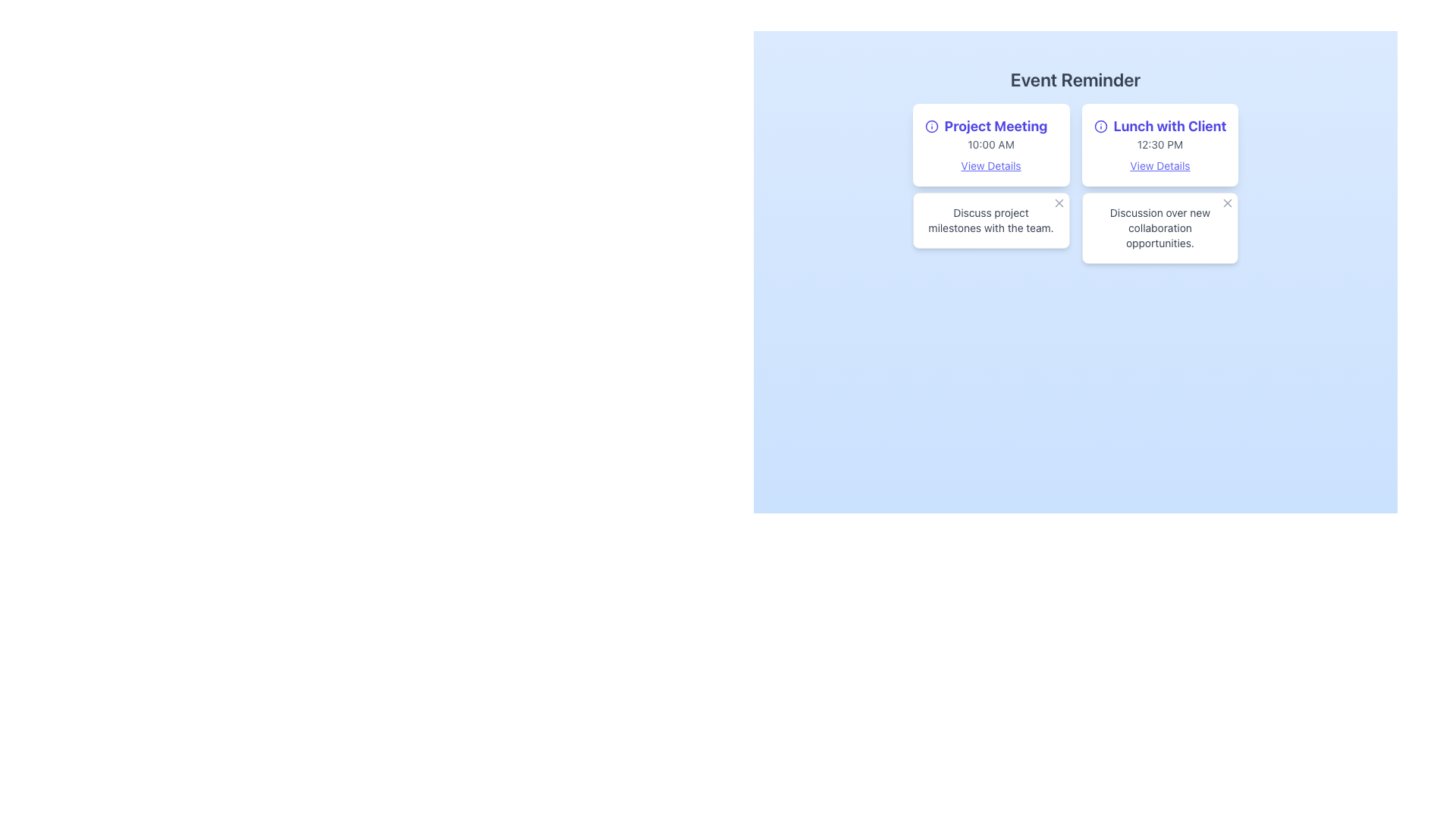  What do you see at coordinates (1075, 79) in the screenshot?
I see `prominent header text 'Event Reminder' which is centrally aligned at the top of the interface` at bounding box center [1075, 79].